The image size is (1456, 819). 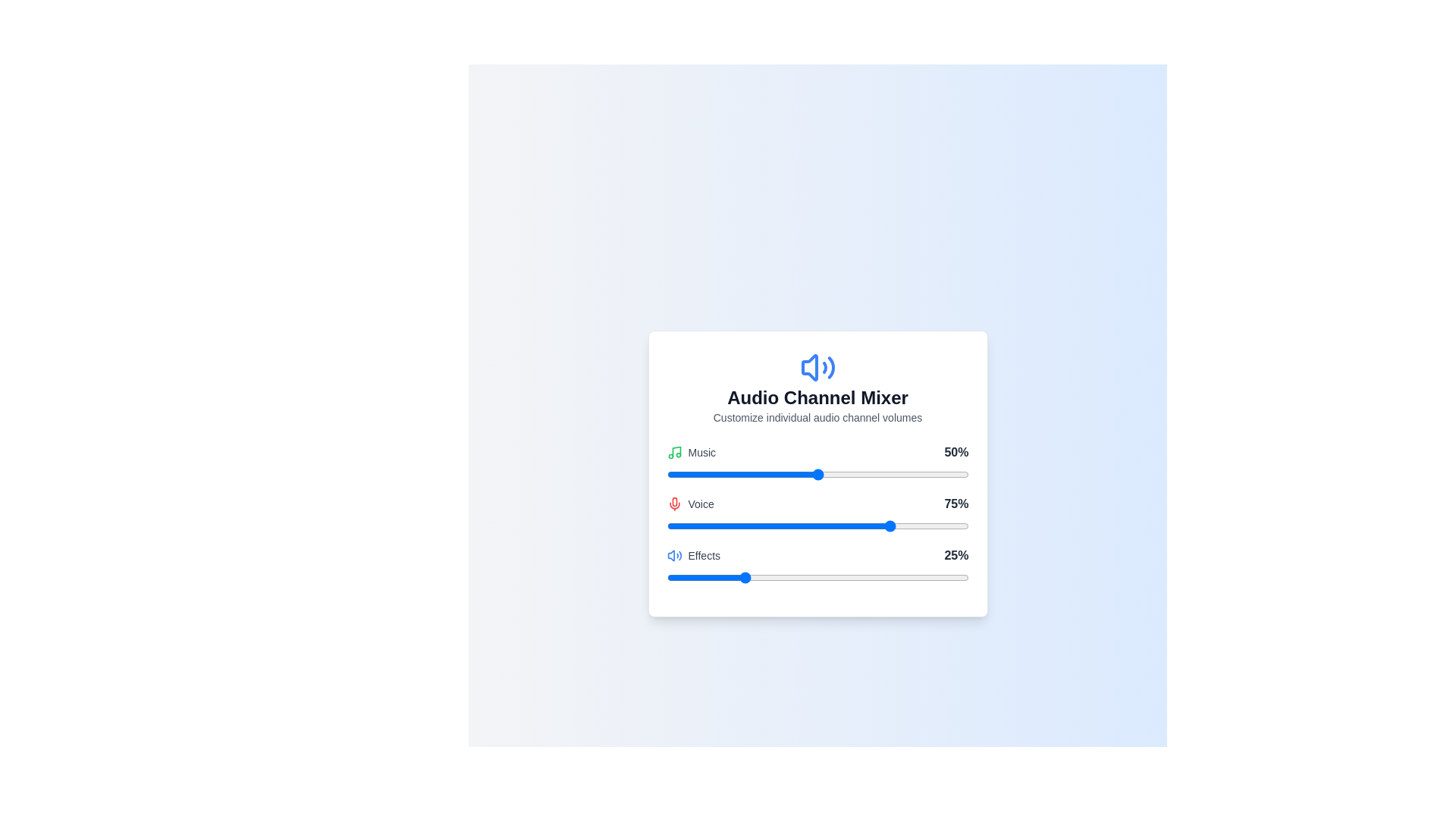 I want to click on the 'Effects' volume slider, so click(x=913, y=578).